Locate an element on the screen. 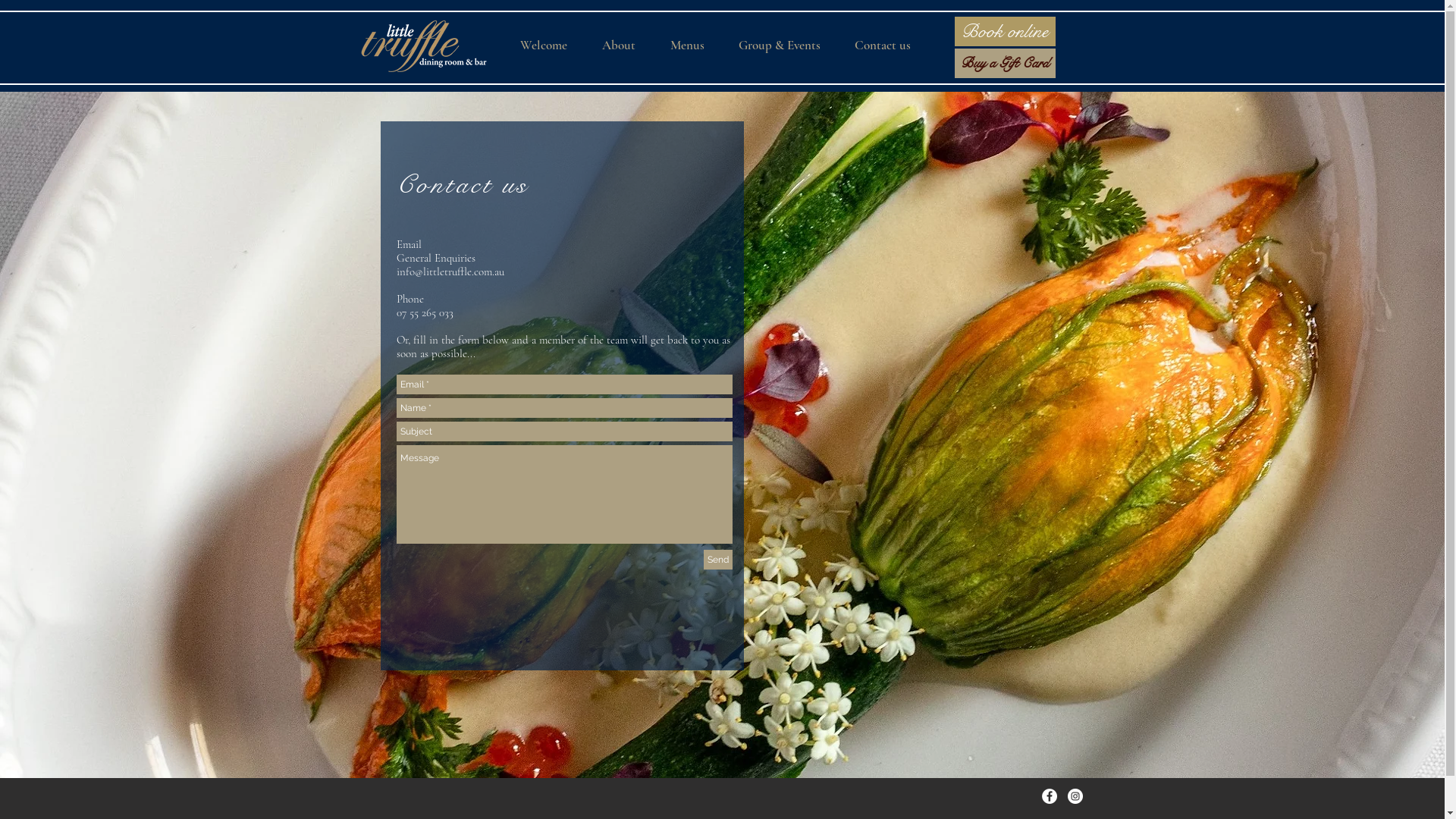  'Buy a Gift Card' is located at coordinates (1004, 62).